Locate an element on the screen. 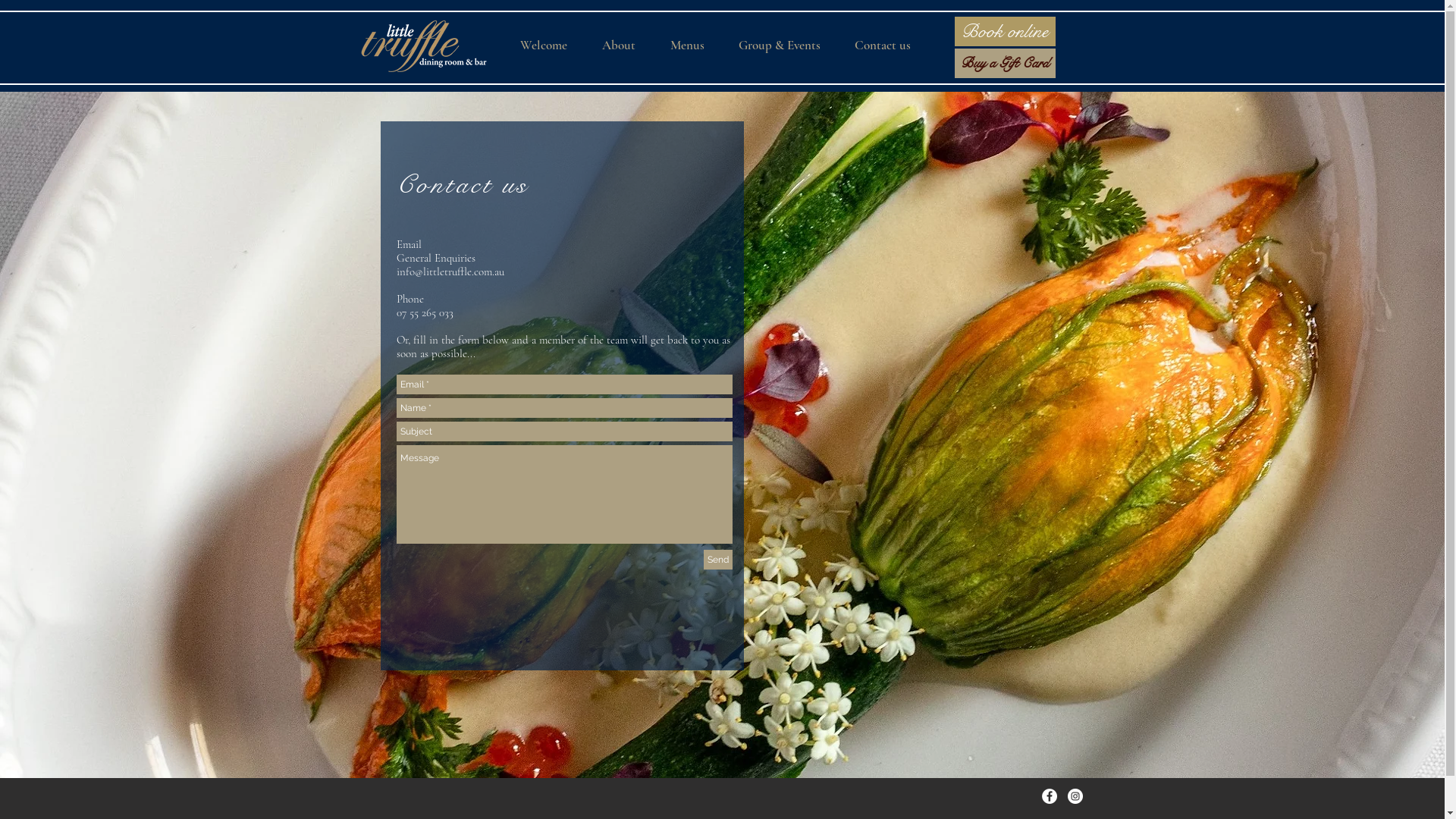  'Buy a Gift Card' is located at coordinates (1004, 62).